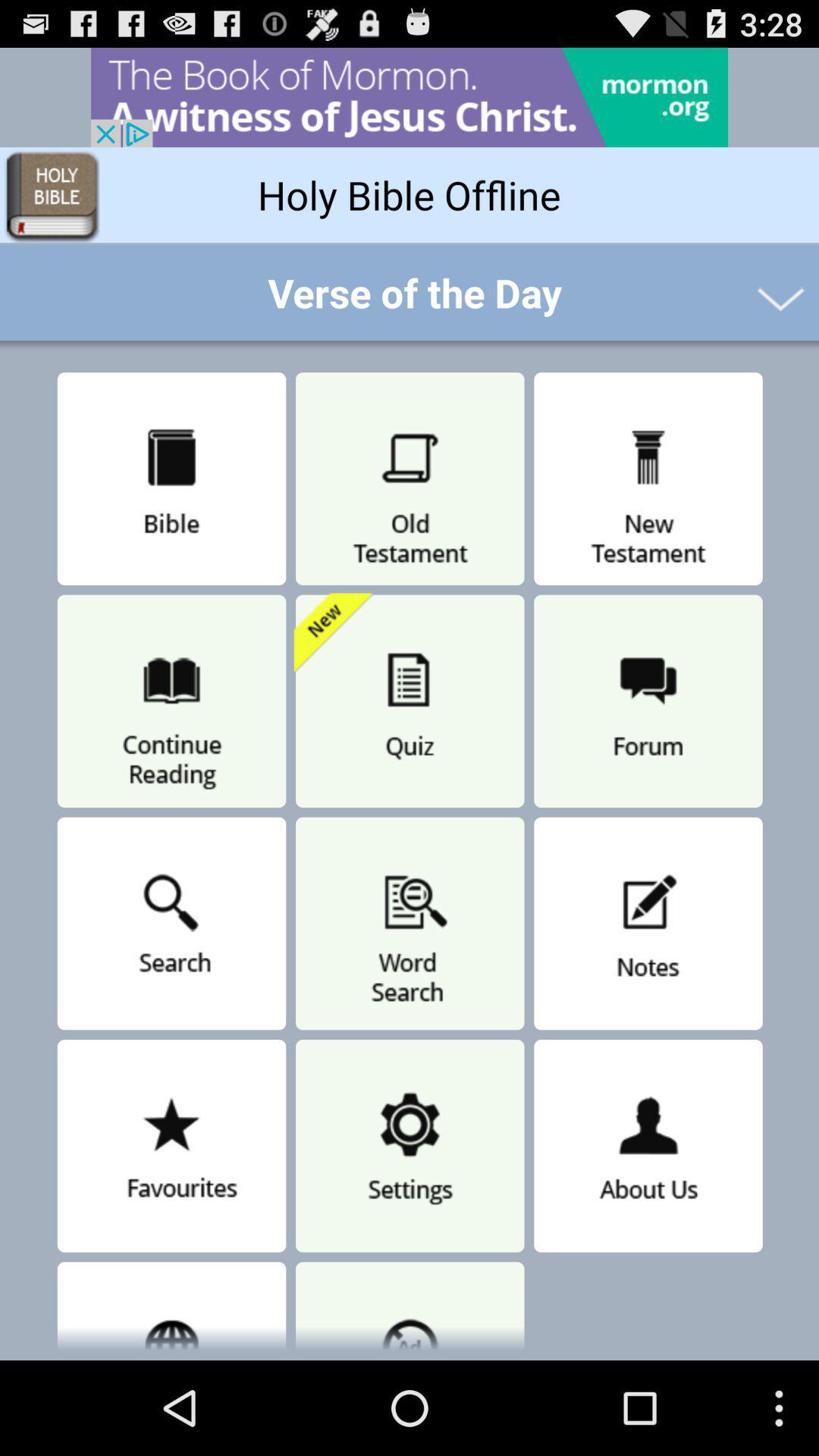 The width and height of the screenshot is (819, 1456). What do you see at coordinates (409, 96) in the screenshot?
I see `advertisement` at bounding box center [409, 96].